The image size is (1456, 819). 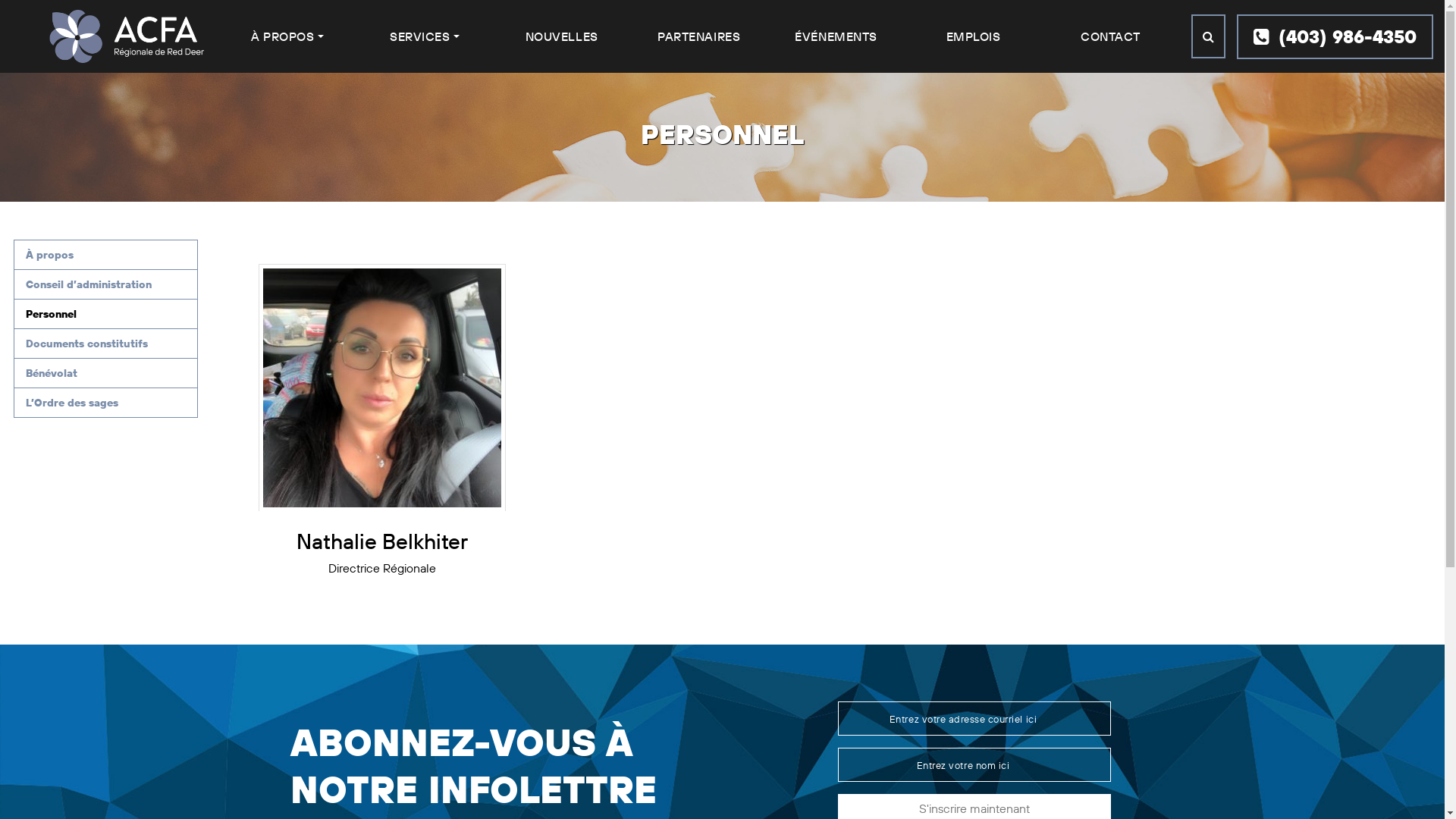 I want to click on 'NOUVELLES', so click(x=560, y=35).